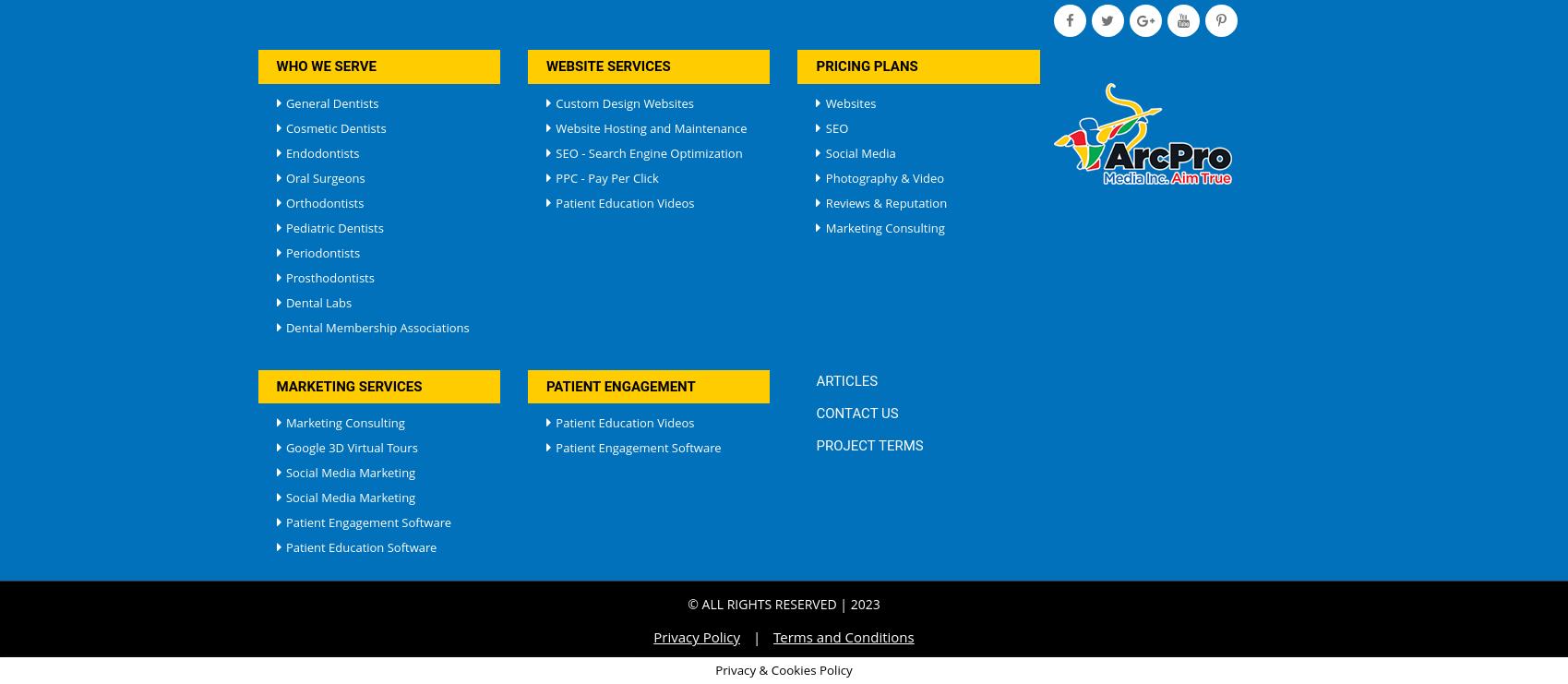  I want to click on 'Periodontists', so click(319, 251).